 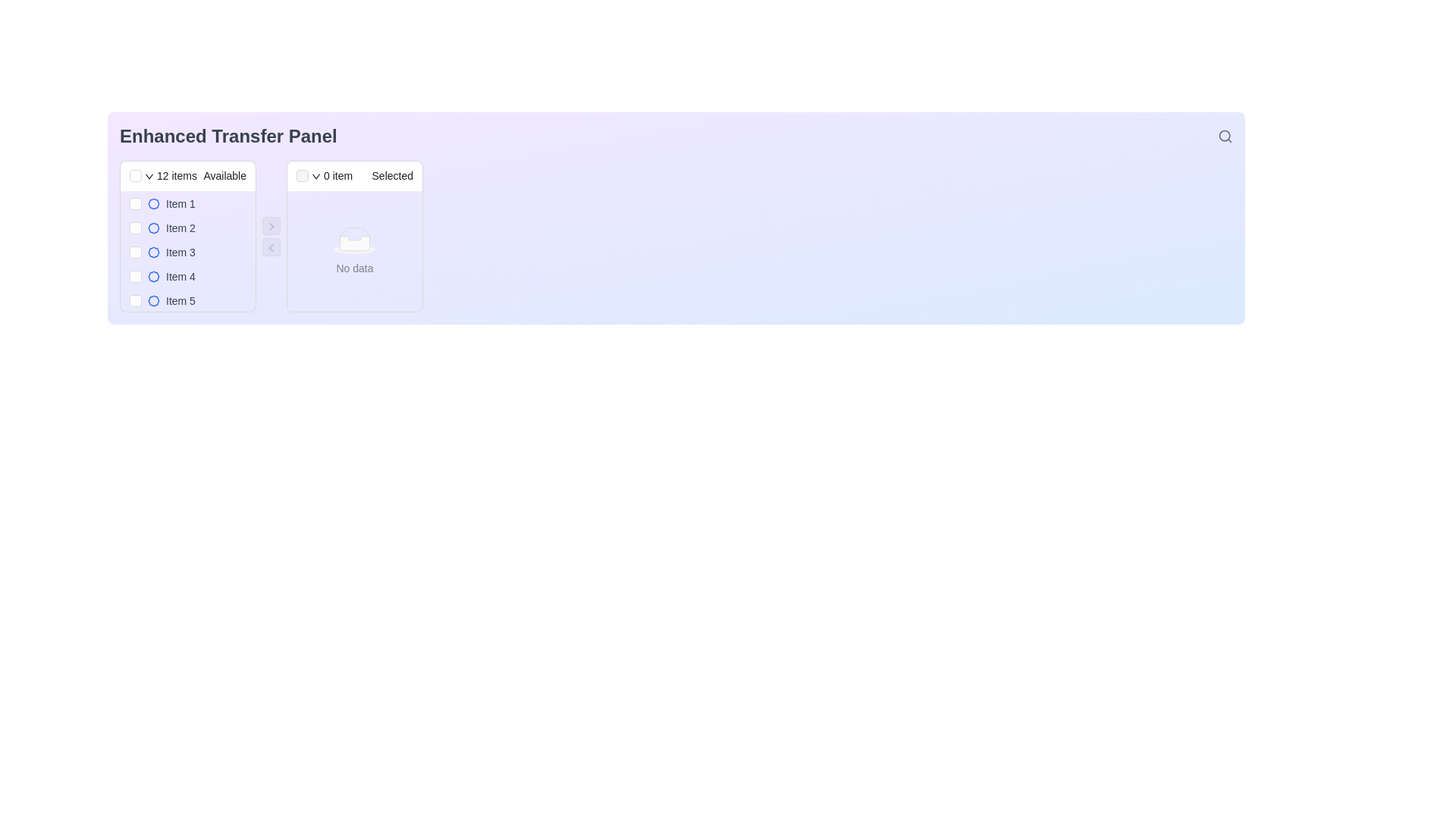 What do you see at coordinates (135, 251) in the screenshot?
I see `to select the checkbox at the beginning of the list item labeled 'Item 3', which is a small square checkbox with rounded corners` at bounding box center [135, 251].